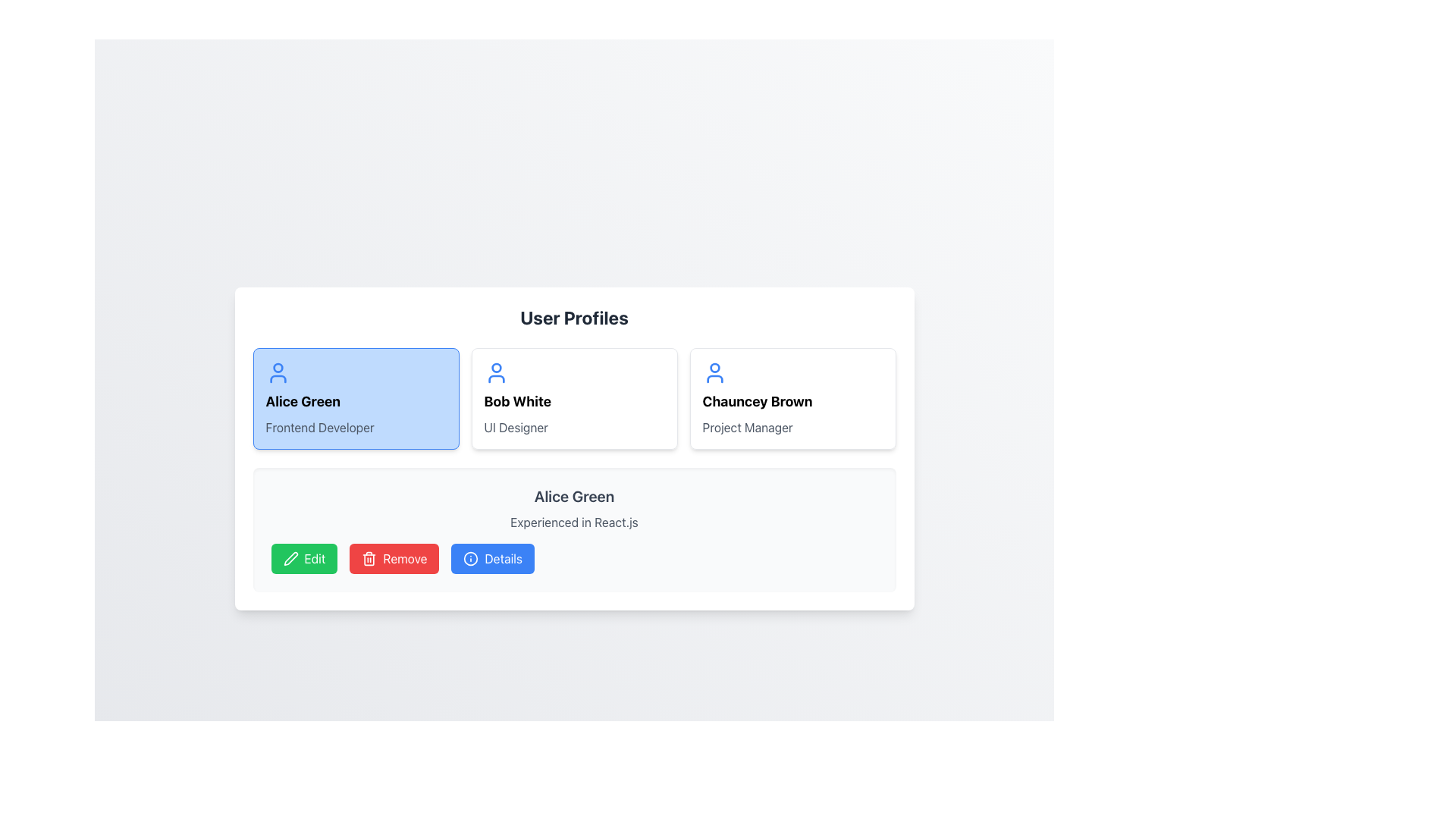  What do you see at coordinates (573, 522) in the screenshot?
I see `the text label that displays 'Experienced in React.js', which is positioned below 'Alice Green' and above the buttons 'Edit', 'Remove', and 'Details'` at bounding box center [573, 522].